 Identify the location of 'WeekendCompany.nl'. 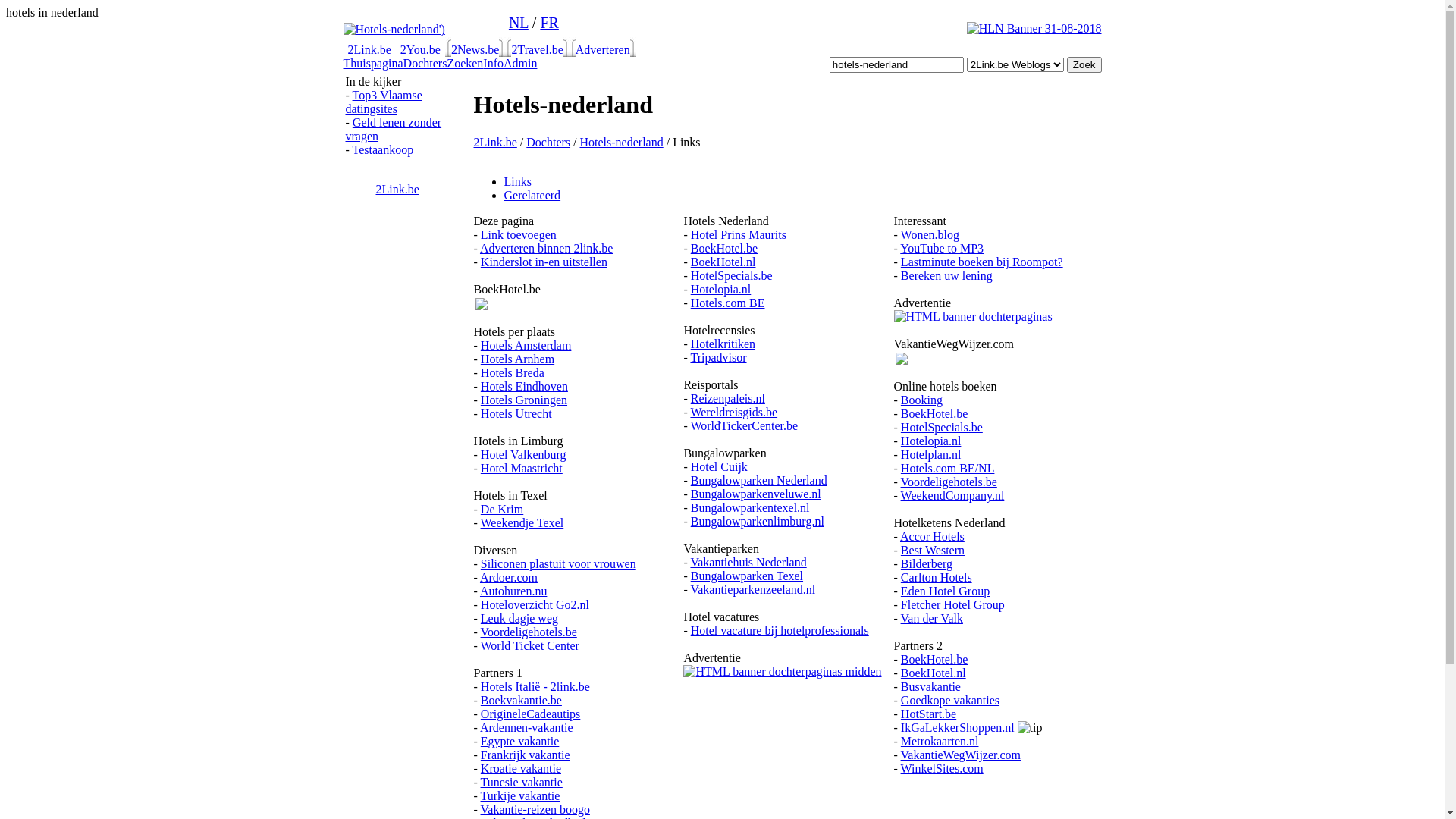
(952, 495).